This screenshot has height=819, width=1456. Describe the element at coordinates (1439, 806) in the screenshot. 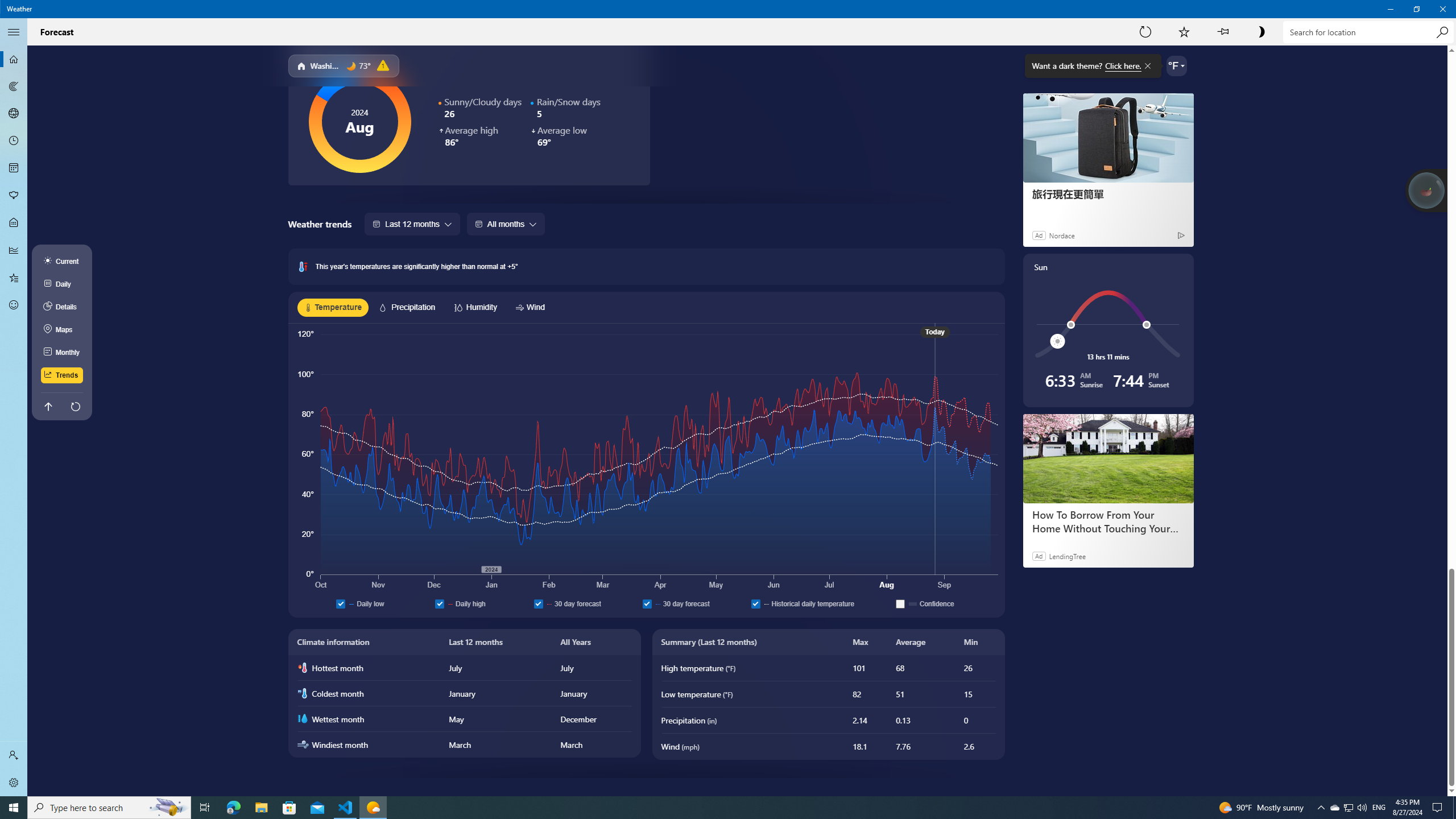

I see `'Action Center, No new notifications'` at that location.